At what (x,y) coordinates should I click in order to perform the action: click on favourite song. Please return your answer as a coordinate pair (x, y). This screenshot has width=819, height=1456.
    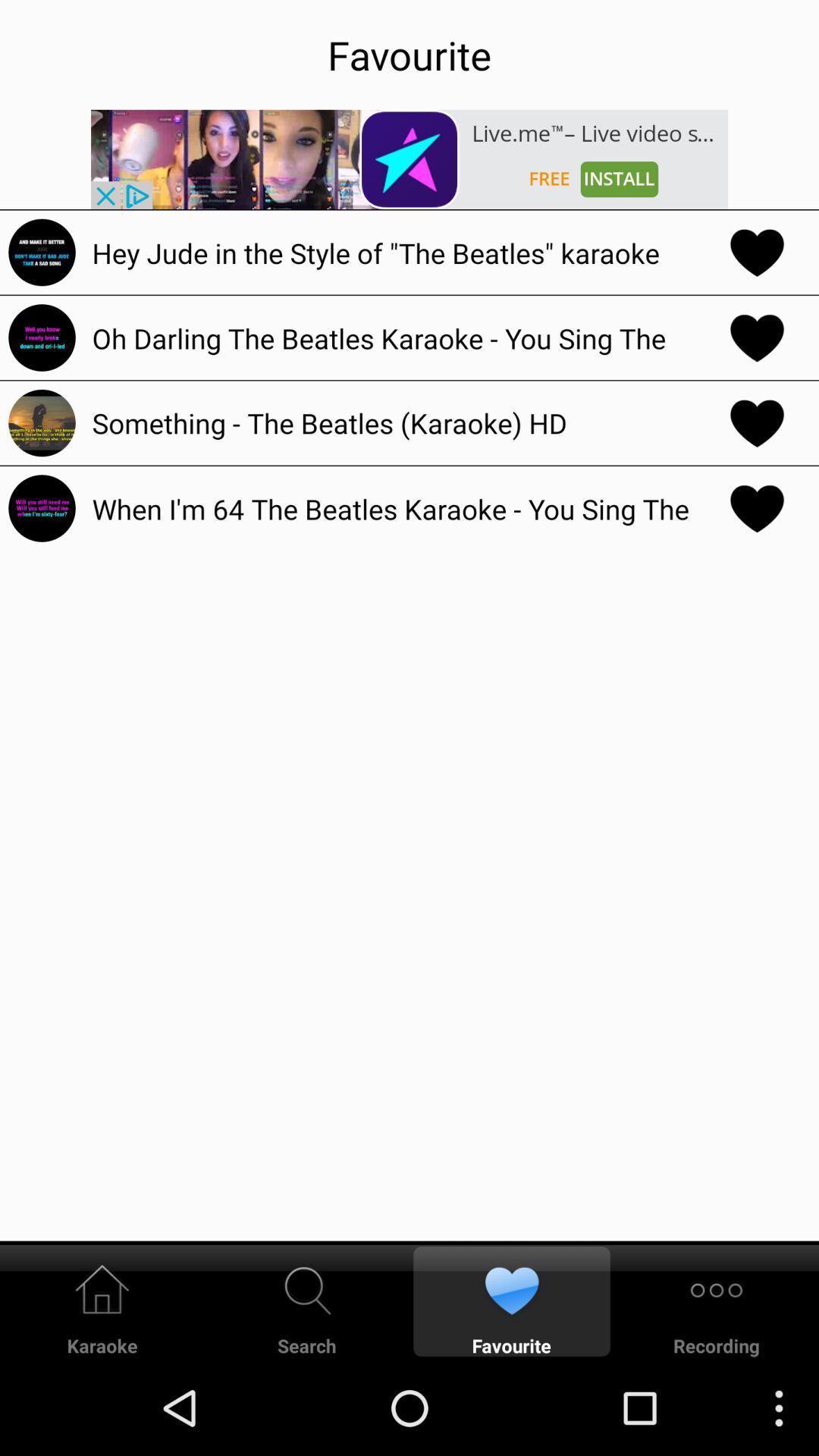
    Looking at the image, I should click on (757, 337).